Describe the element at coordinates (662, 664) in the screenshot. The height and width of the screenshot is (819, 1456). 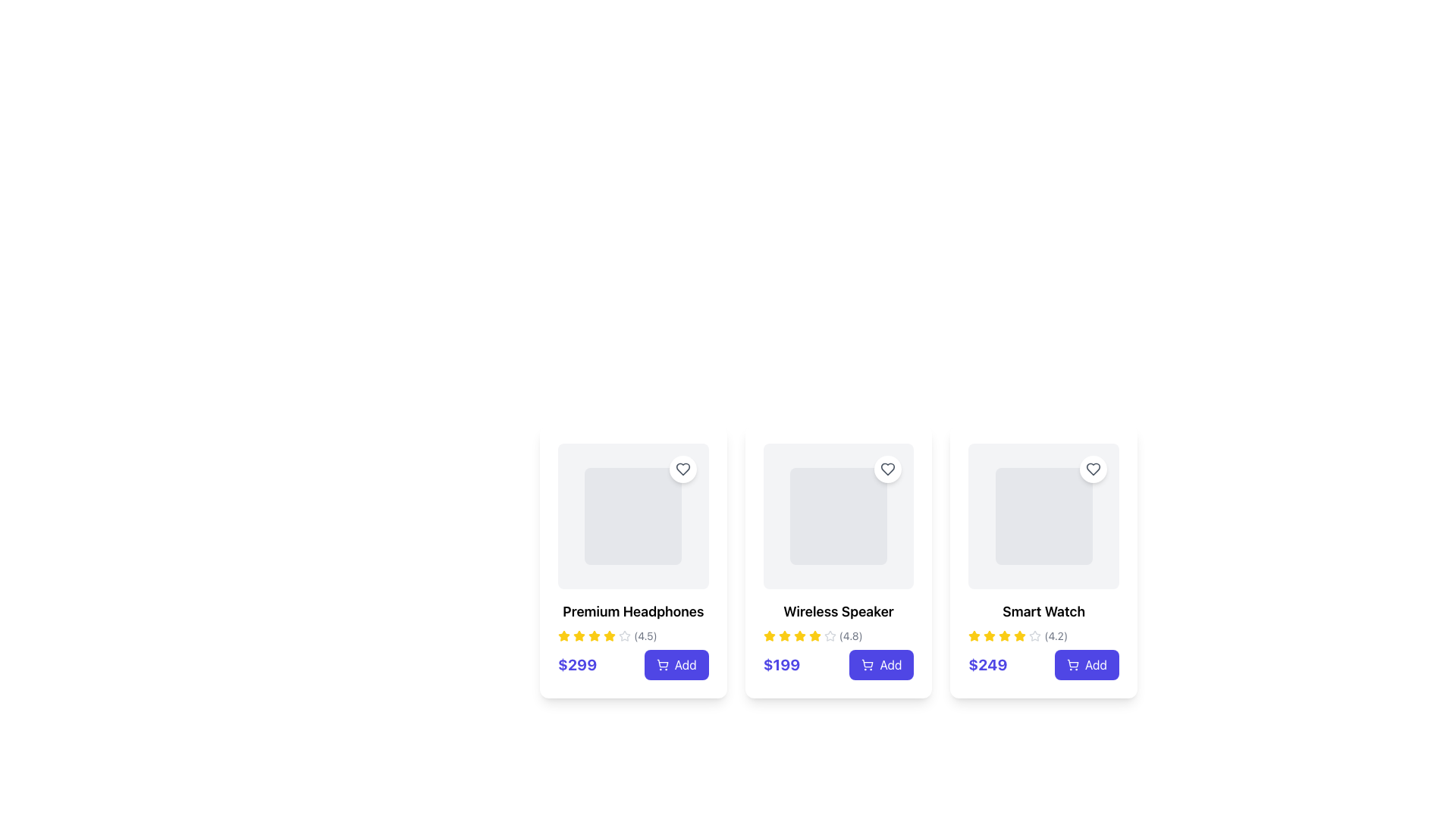
I see `the shopping cart icon located at the center of the blue 'Add' button for the 'Premium Headphones' product card, which is positioned at the lower-right corner of the card` at that location.